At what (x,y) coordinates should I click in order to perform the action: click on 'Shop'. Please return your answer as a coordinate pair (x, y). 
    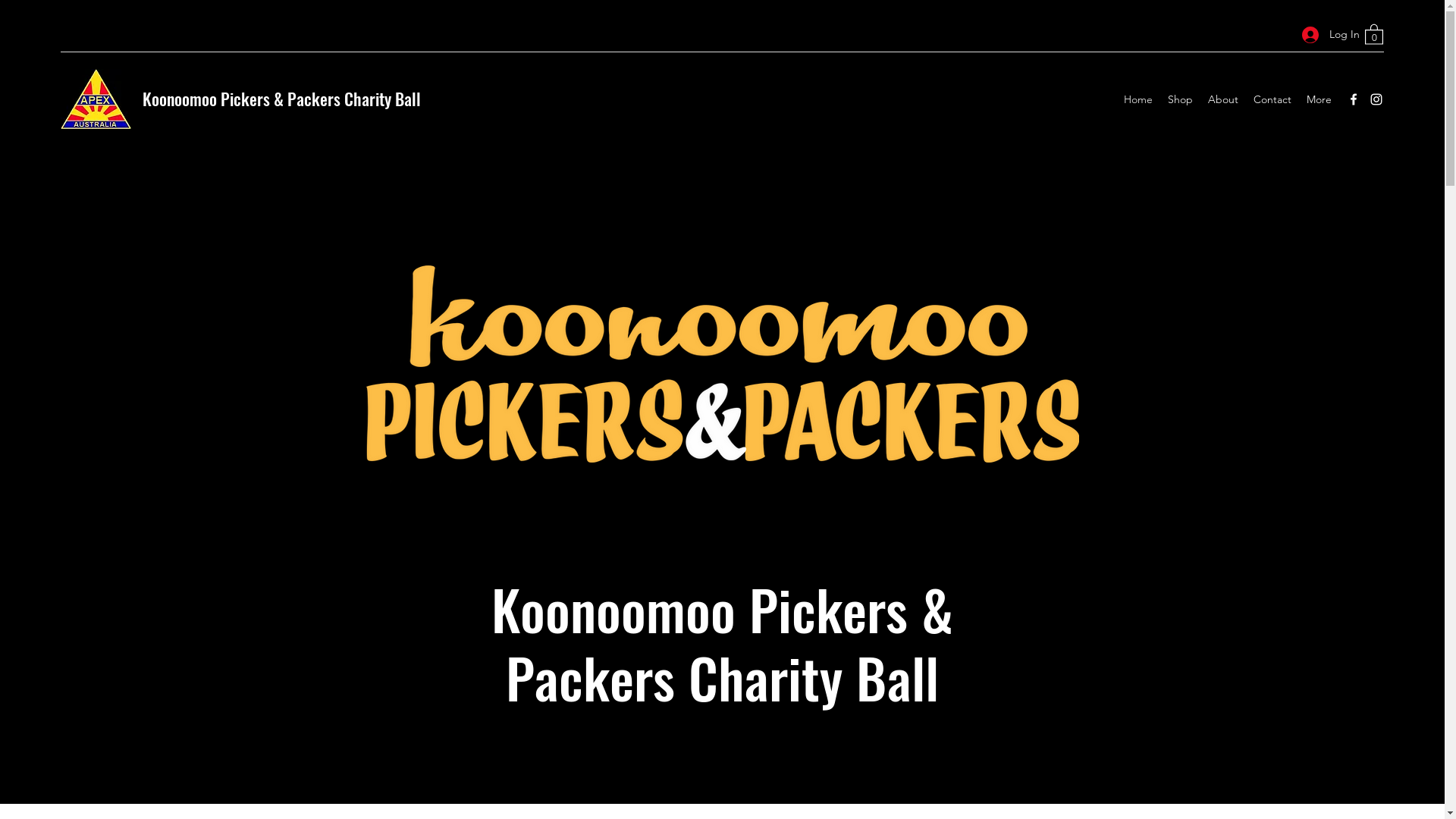
    Looking at the image, I should click on (1159, 99).